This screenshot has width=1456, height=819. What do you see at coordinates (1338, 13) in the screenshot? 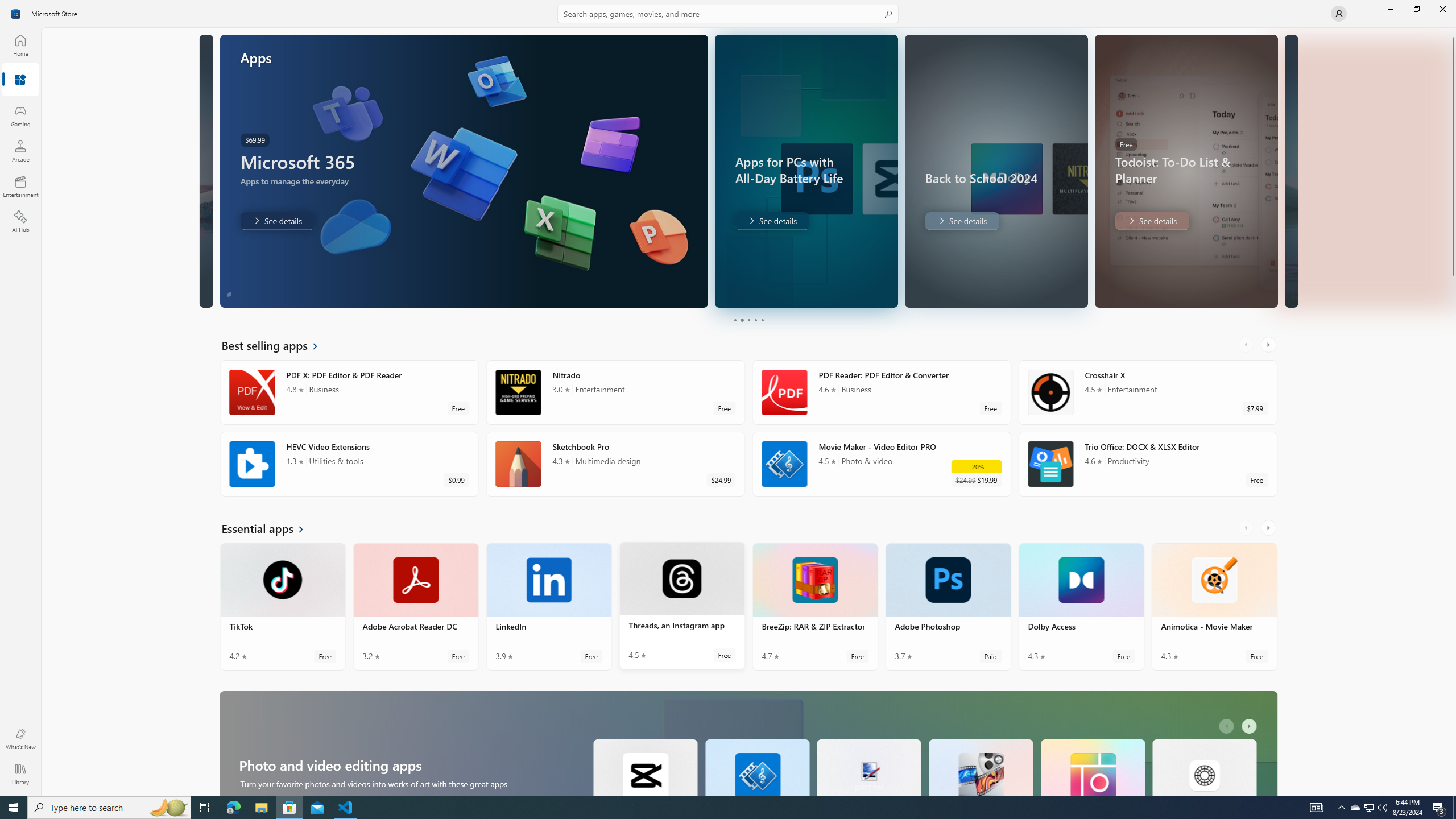
I see `'User profile'` at bounding box center [1338, 13].